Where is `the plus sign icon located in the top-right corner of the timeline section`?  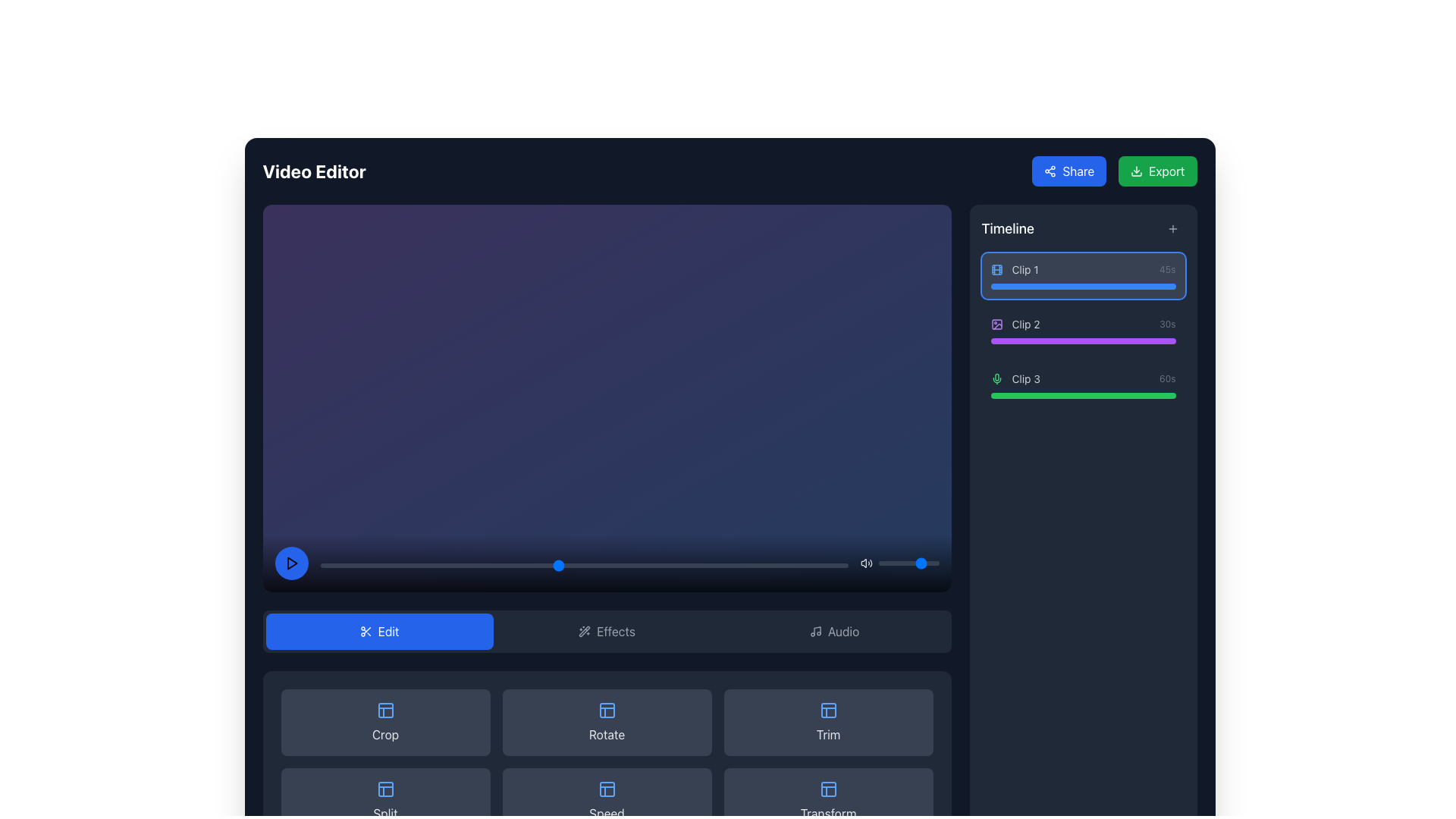 the plus sign icon located in the top-right corner of the timeline section is located at coordinates (1172, 228).